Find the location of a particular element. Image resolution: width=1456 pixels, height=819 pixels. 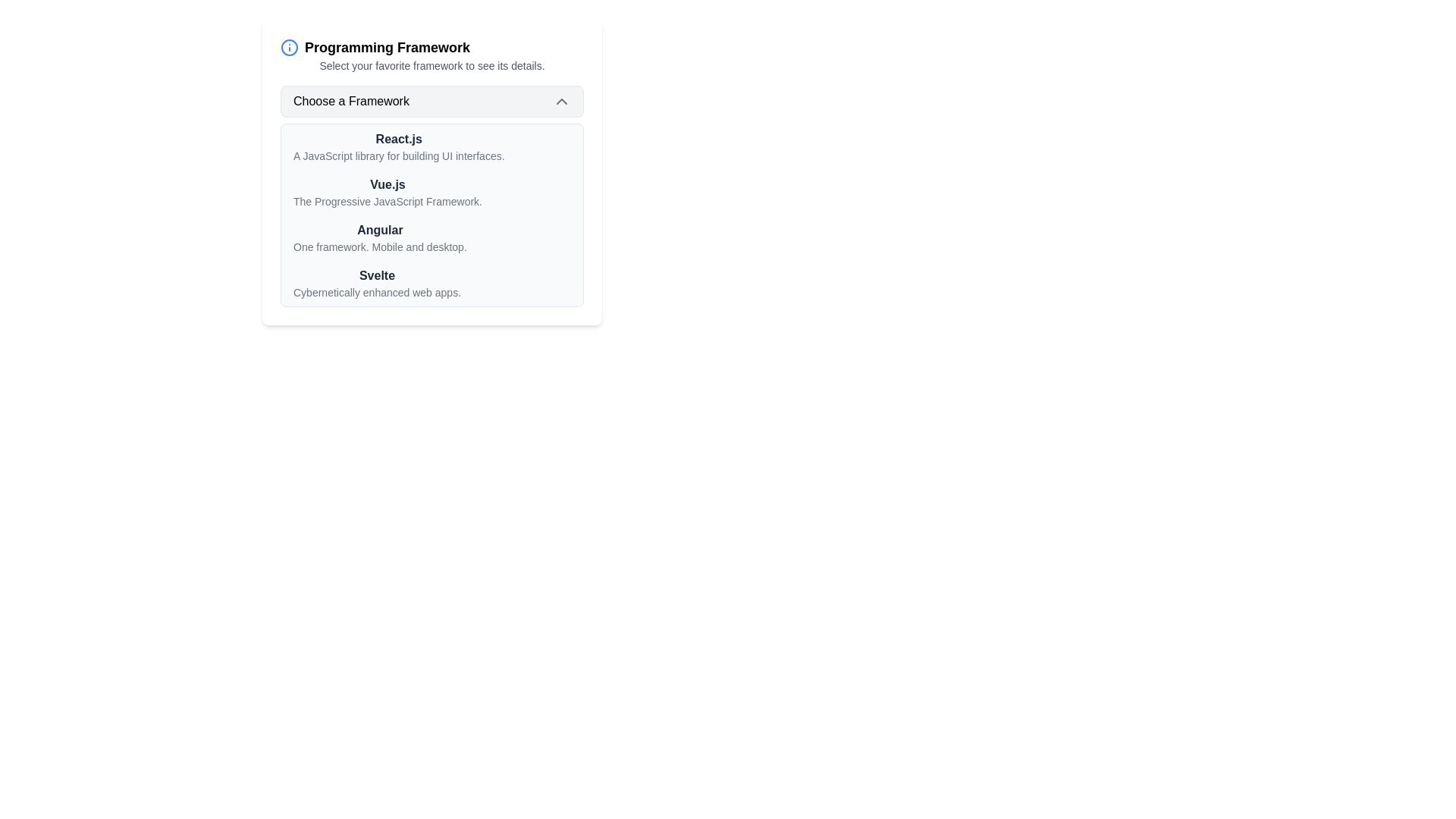

the 'Vue.js' framework text label in the second row of the 'Choose a Framework' section is located at coordinates (388, 192).